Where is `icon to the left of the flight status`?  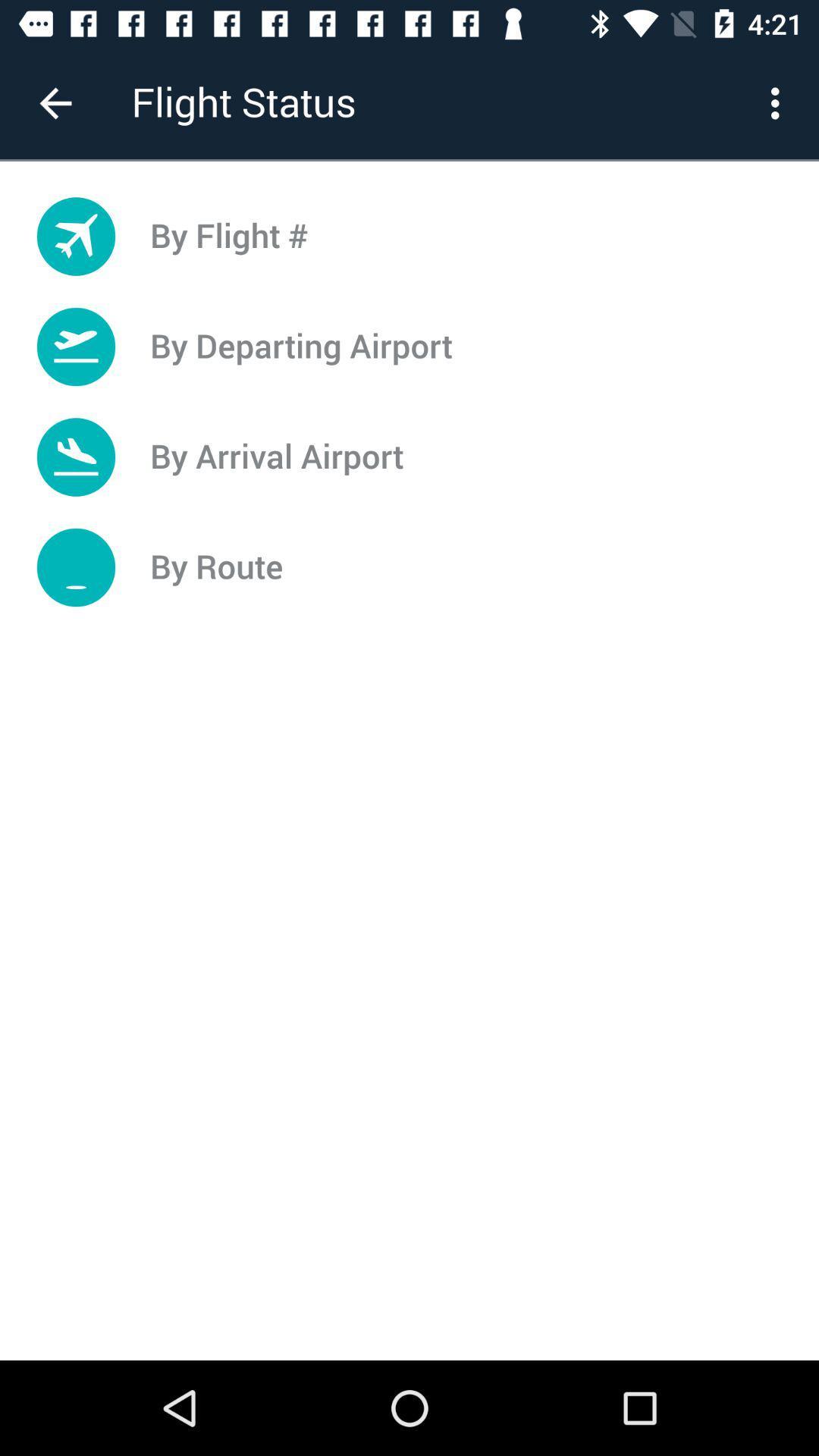
icon to the left of the flight status is located at coordinates (55, 102).